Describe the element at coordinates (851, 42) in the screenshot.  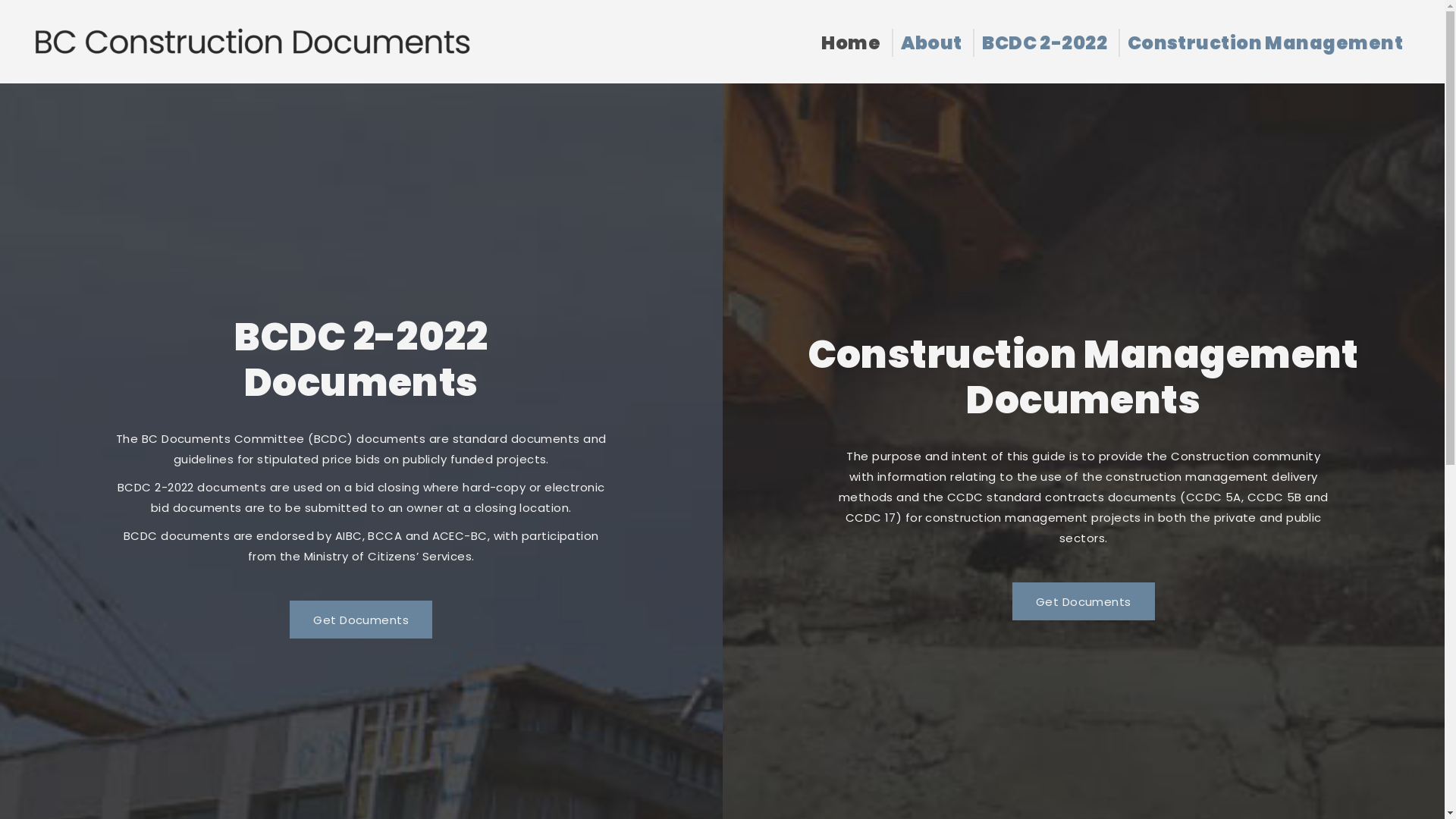
I see `'Home'` at that location.